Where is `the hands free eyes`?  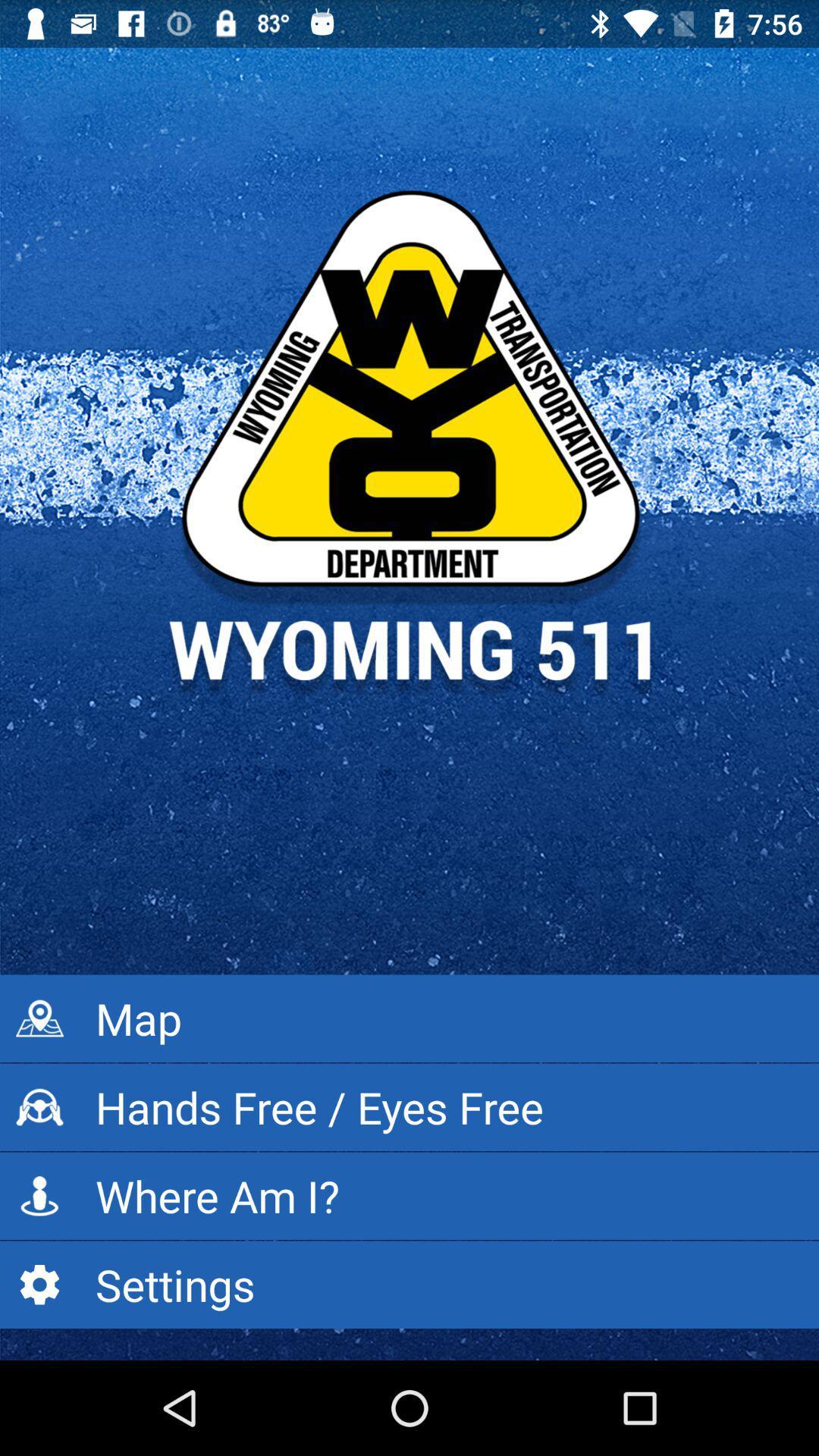
the hands free eyes is located at coordinates (409, 1107).